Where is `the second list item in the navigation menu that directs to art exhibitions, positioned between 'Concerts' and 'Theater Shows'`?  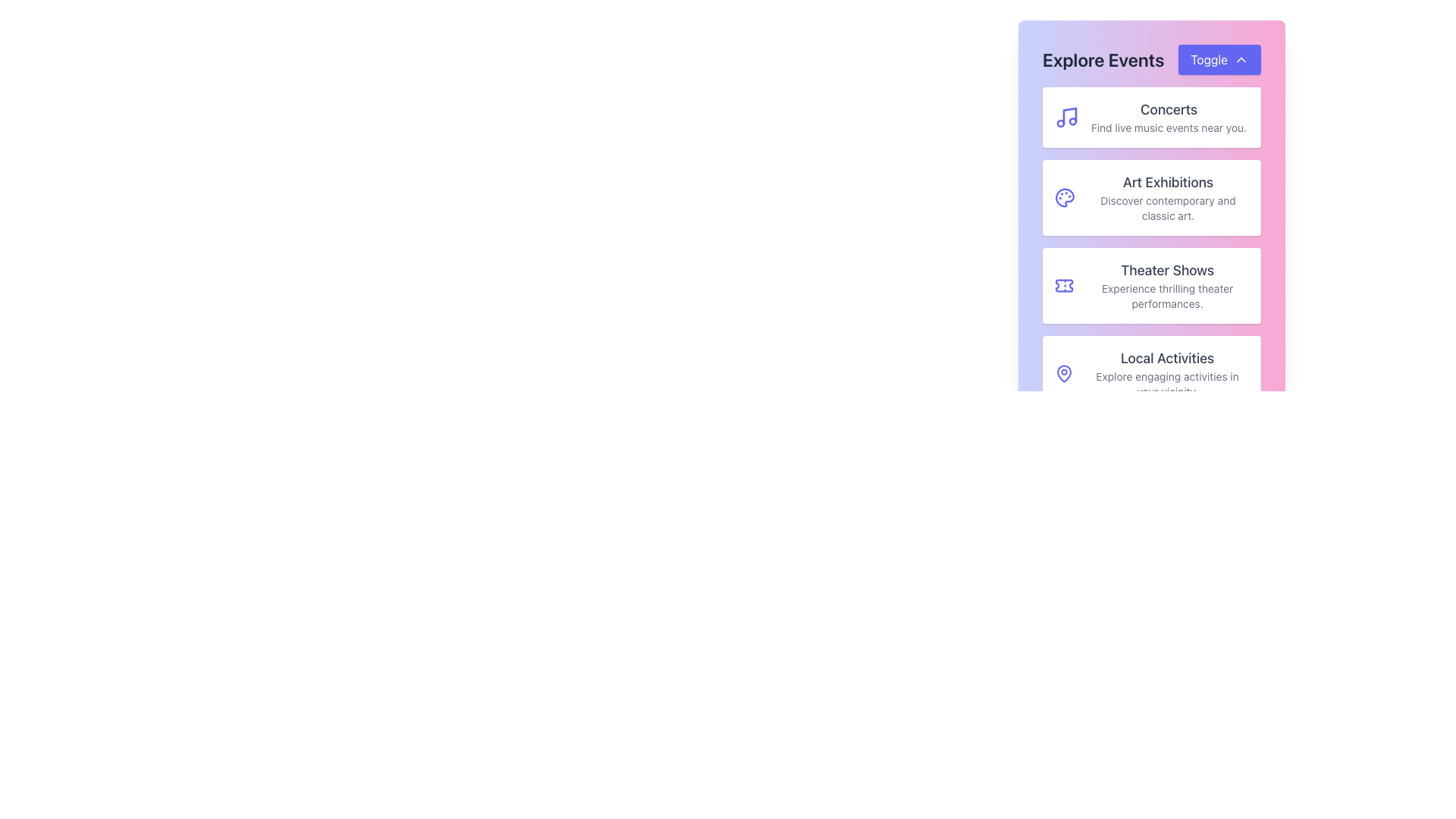
the second list item in the navigation menu that directs to art exhibitions, positioned between 'Concerts' and 'Theater Shows' is located at coordinates (1151, 197).